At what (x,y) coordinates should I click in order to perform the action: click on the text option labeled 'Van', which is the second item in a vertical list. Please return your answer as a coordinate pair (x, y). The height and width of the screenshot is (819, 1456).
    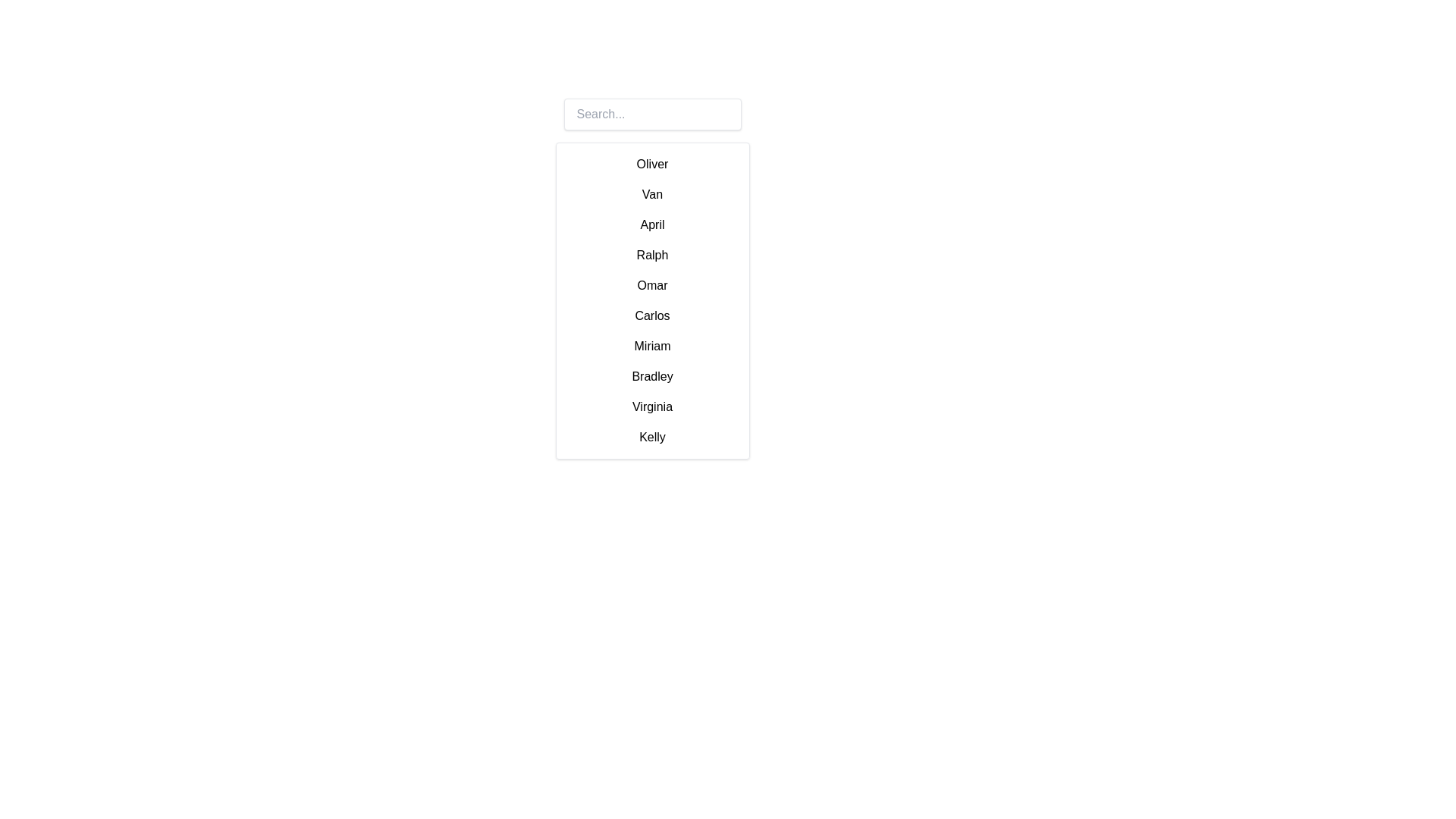
    Looking at the image, I should click on (652, 194).